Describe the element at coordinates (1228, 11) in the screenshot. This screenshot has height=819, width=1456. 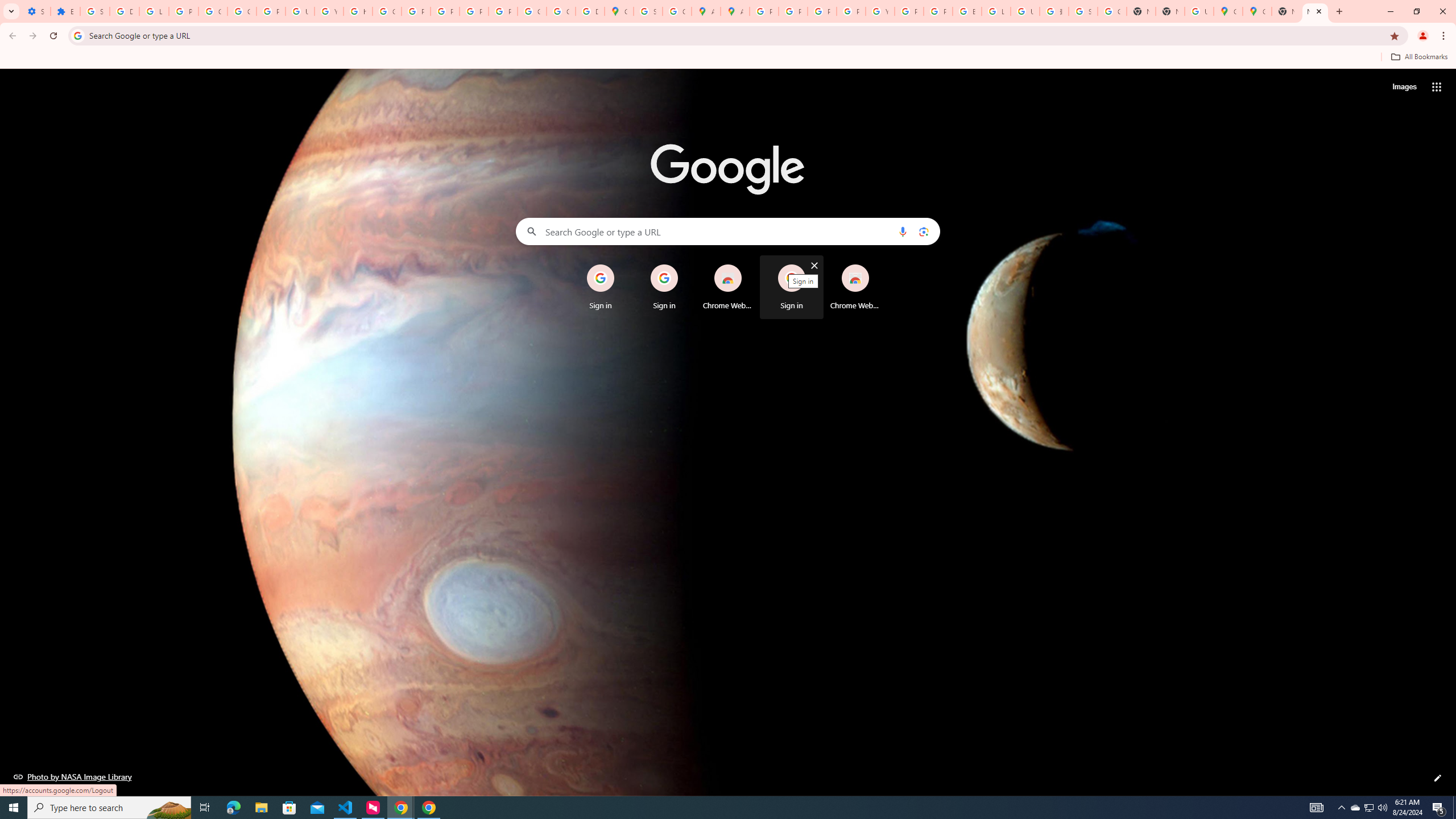
I see `'Google Maps'` at that location.